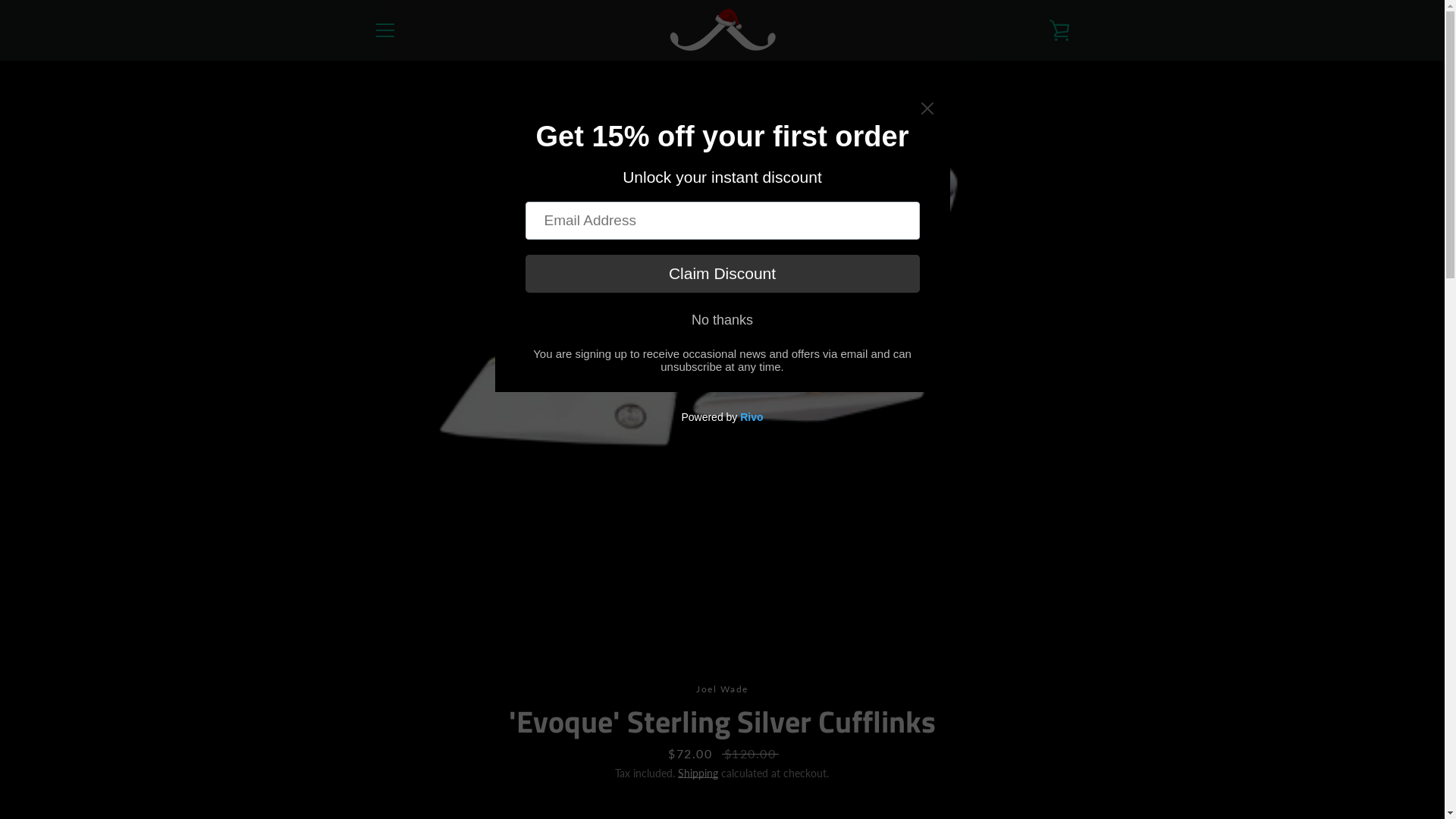 The width and height of the screenshot is (1456, 819). What do you see at coordinates (0, 0) in the screenshot?
I see `'Skip to content'` at bounding box center [0, 0].